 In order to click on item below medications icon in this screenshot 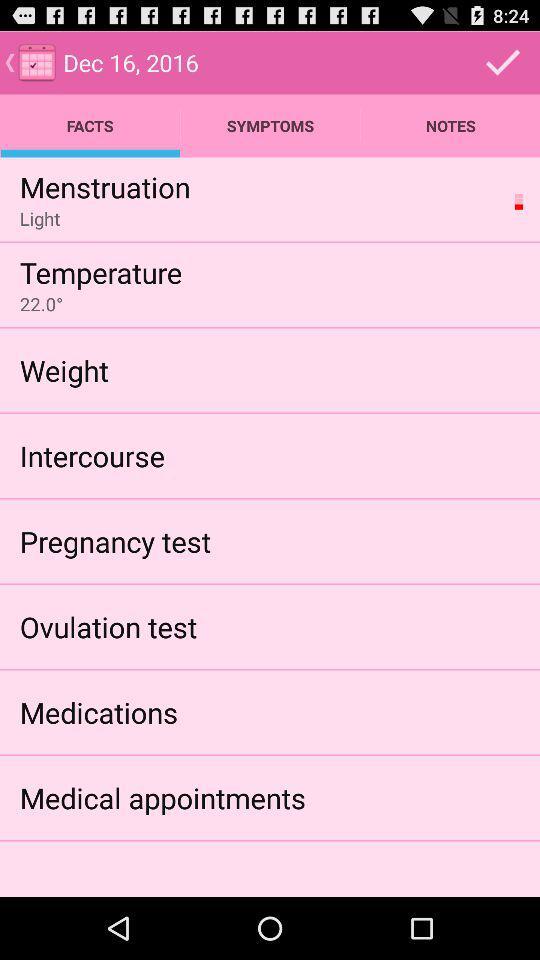, I will do `click(161, 797)`.